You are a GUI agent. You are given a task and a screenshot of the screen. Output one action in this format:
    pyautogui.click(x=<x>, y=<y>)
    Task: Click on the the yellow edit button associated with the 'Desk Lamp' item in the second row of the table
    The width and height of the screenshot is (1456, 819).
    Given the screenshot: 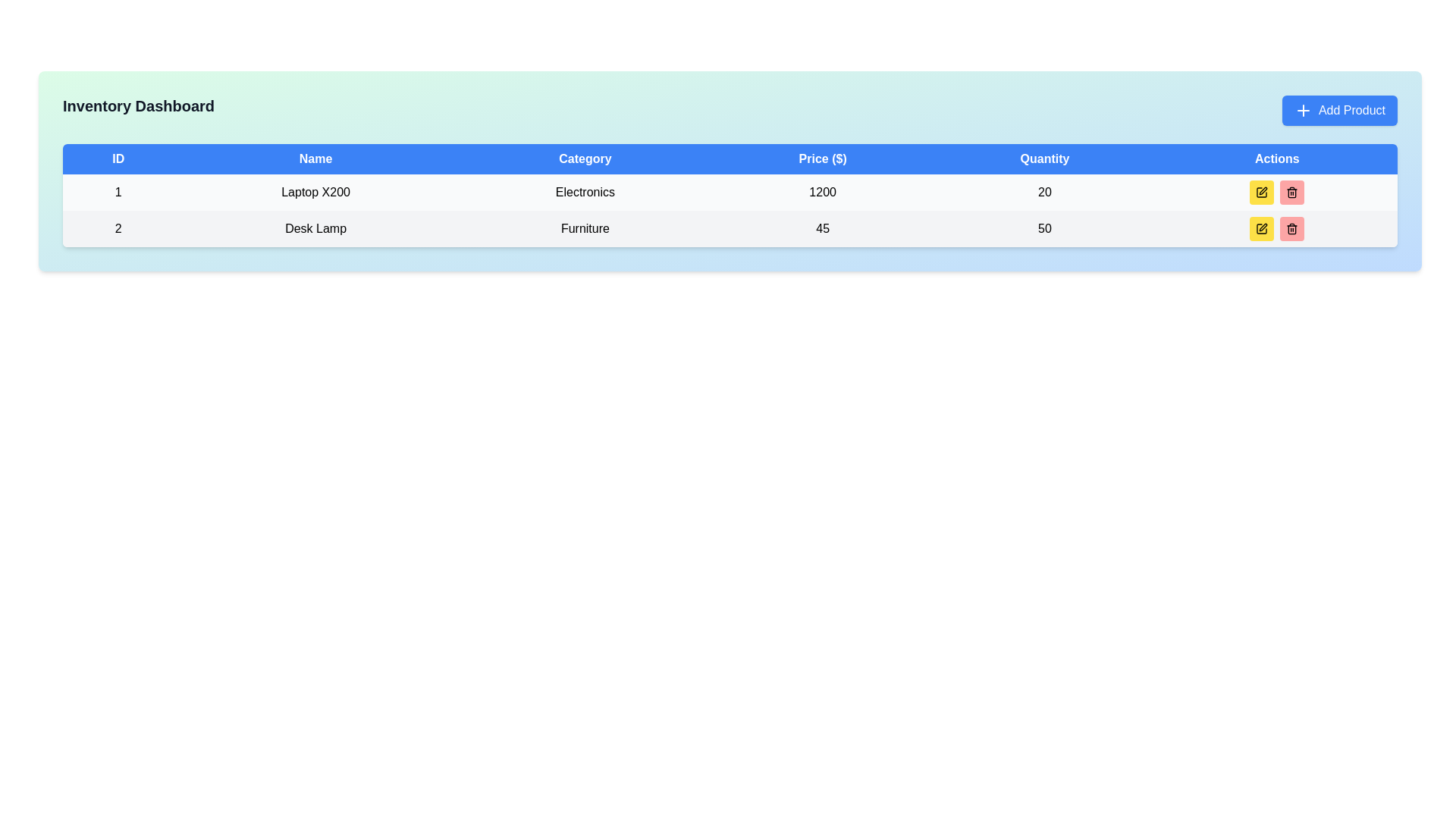 What is the action you would take?
    pyautogui.click(x=1262, y=228)
    